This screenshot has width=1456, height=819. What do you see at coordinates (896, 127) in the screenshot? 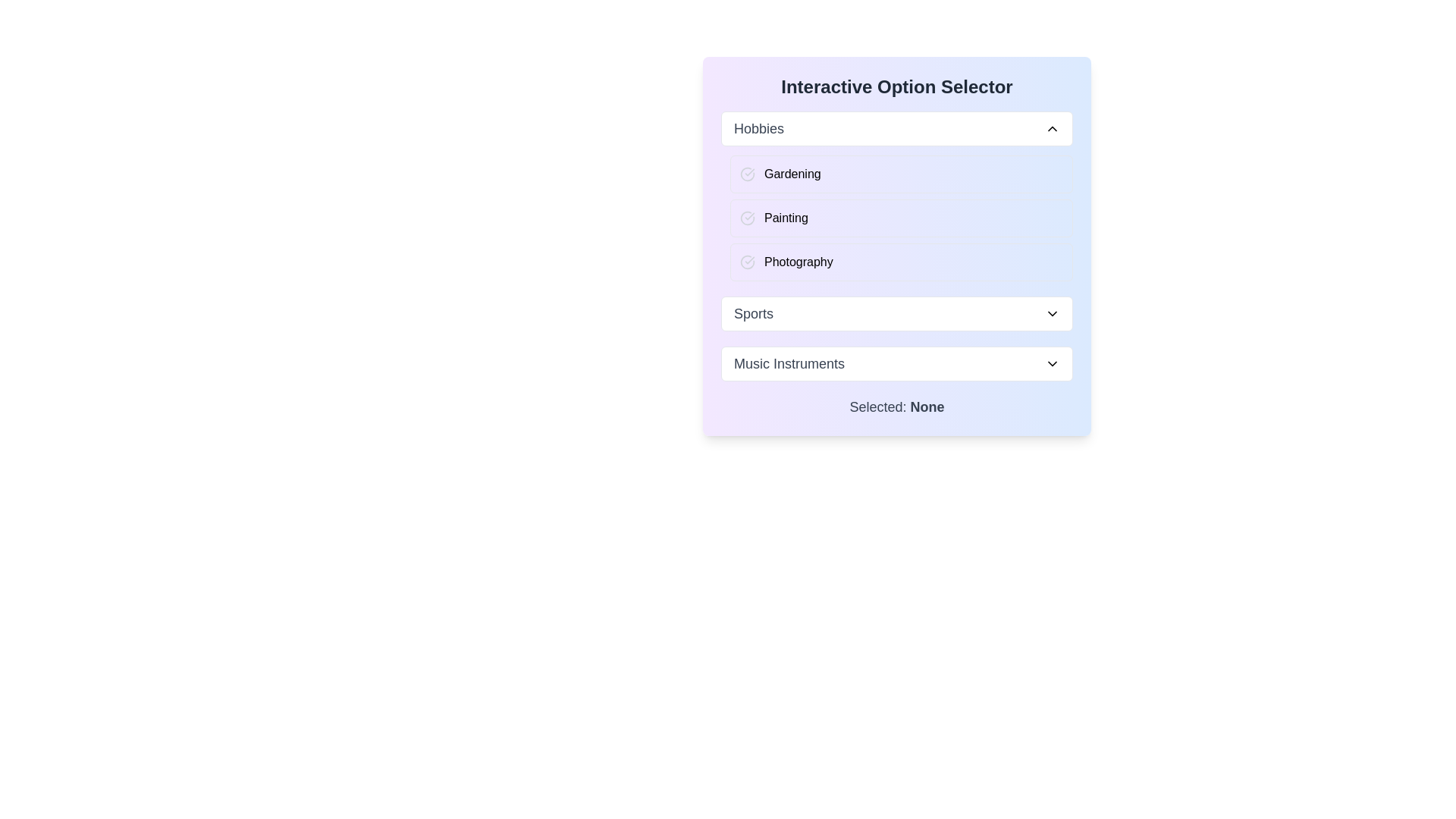
I see `the 'Hobbies' dropdown menu trigger by navigating through the interface` at bounding box center [896, 127].